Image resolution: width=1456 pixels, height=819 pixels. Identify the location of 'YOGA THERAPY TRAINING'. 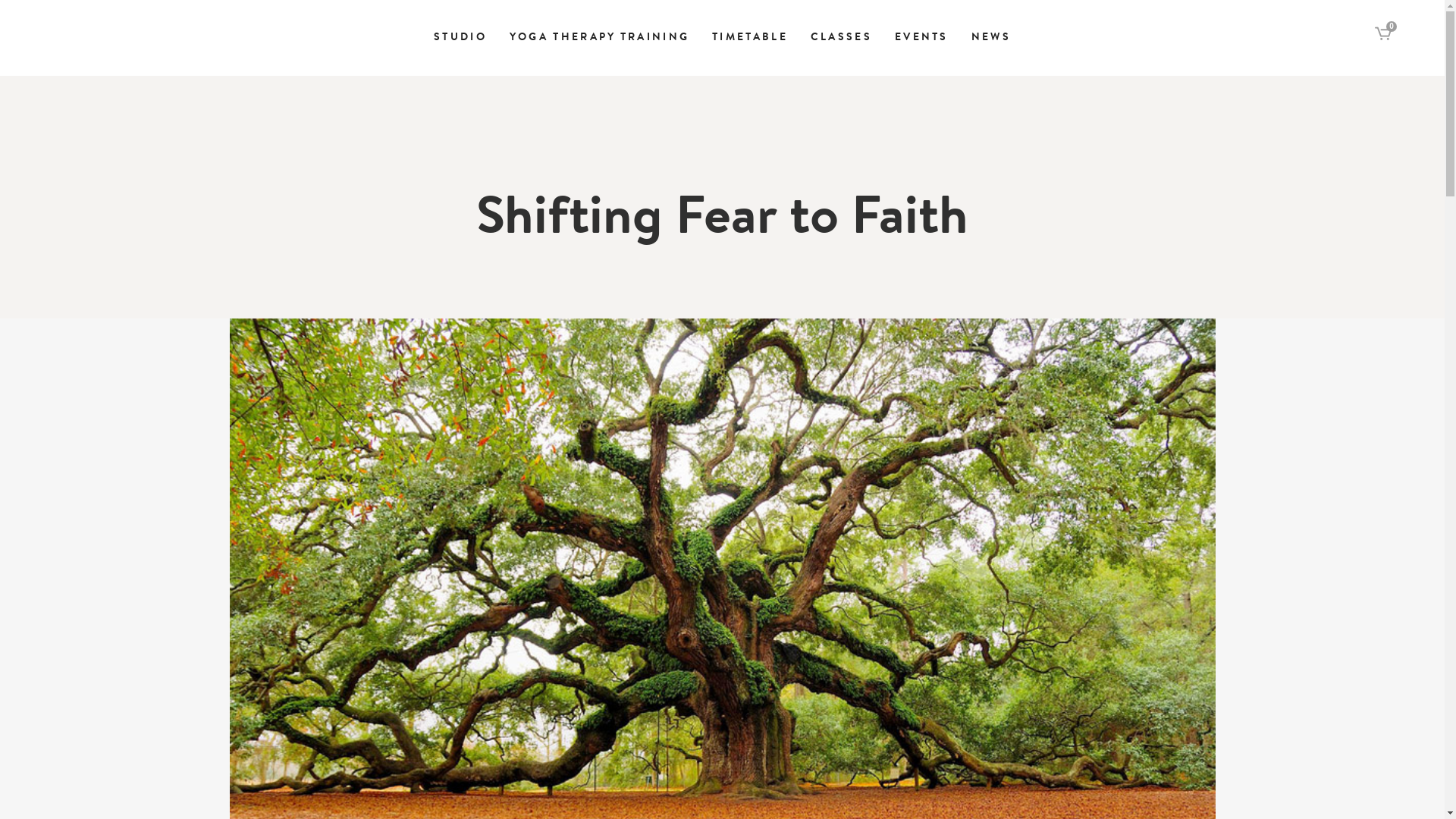
(498, 37).